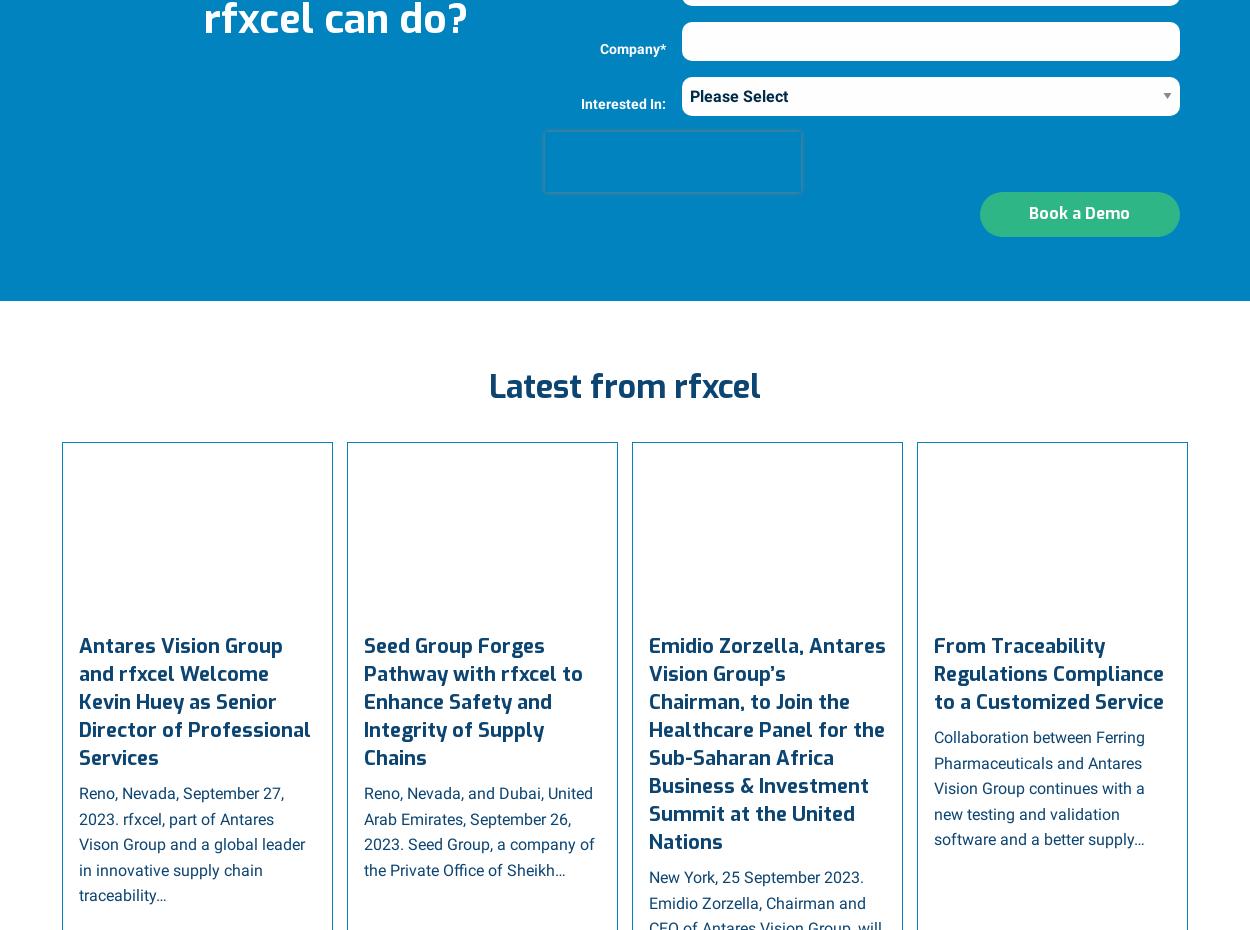 This screenshot has height=930, width=1250. What do you see at coordinates (1049, 672) in the screenshot?
I see `'From Traceability Regulations Compliance to a Customized Service'` at bounding box center [1049, 672].